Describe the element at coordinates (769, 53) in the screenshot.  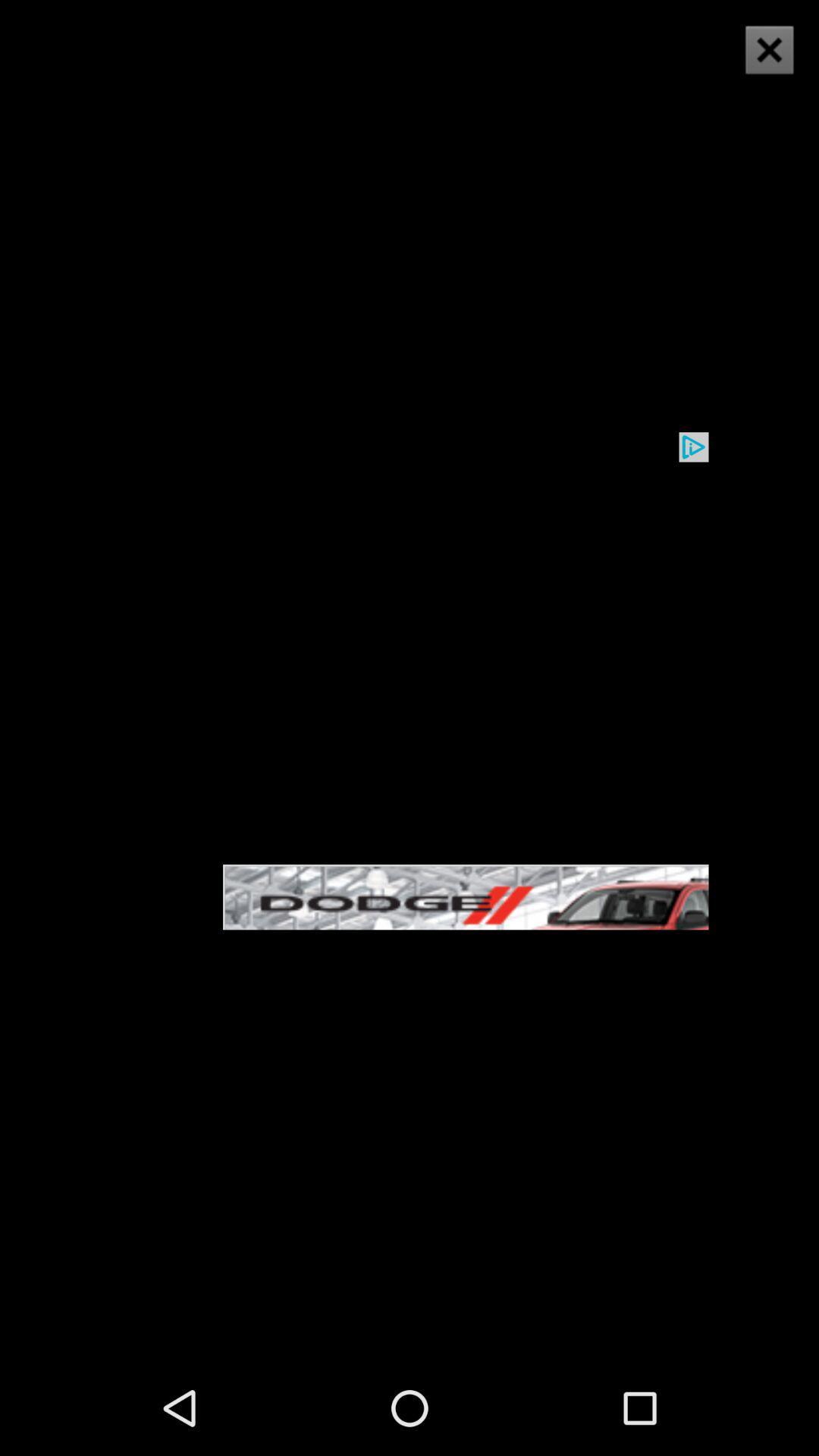
I see `the close icon` at that location.